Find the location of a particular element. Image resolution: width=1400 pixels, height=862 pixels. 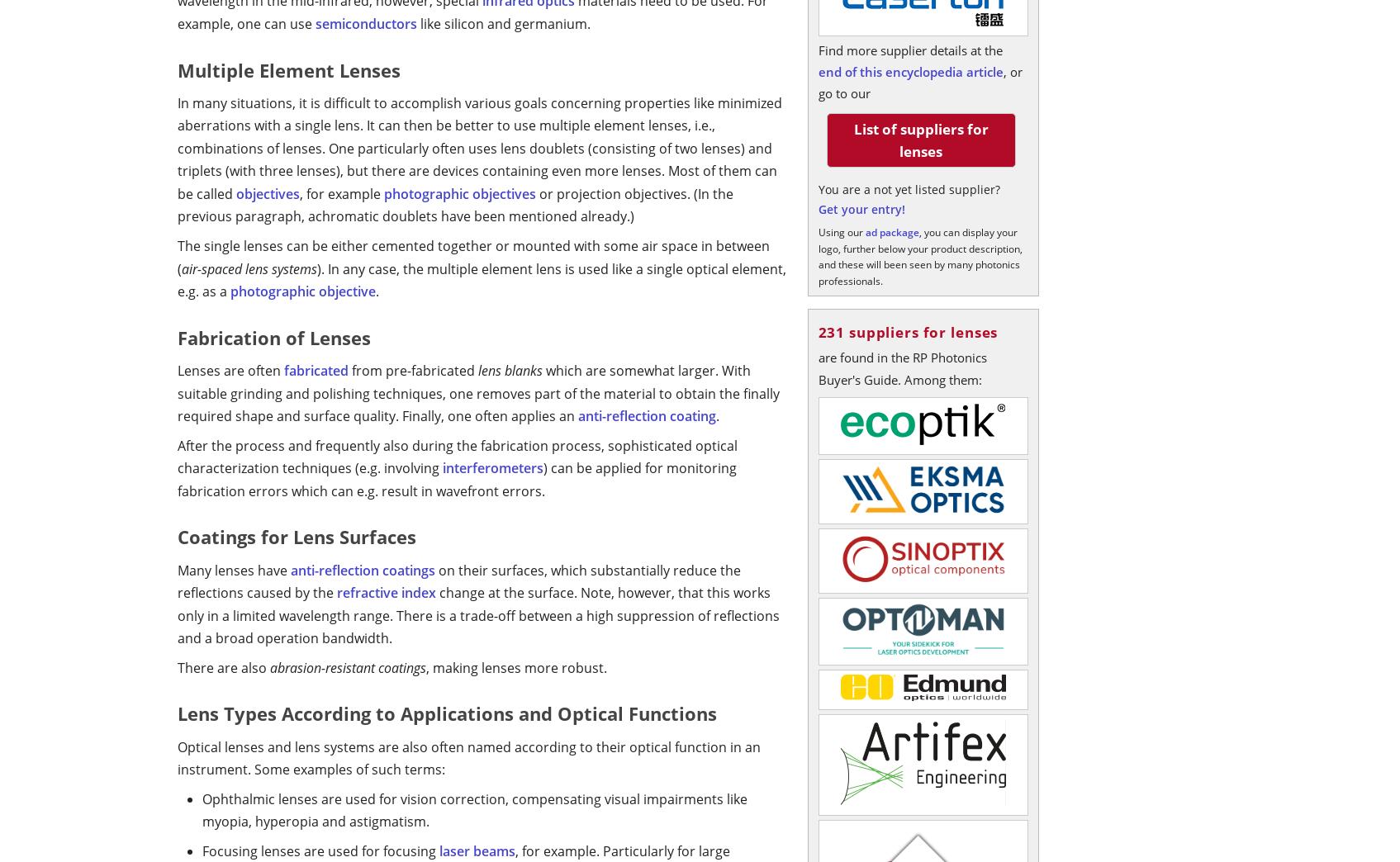

'which are somewhat larger. With suitable grinding and polishing techniques, one removes part of the material to obtain the finally required shape and surface quality. Finally, one often applies an' is located at coordinates (478, 393).